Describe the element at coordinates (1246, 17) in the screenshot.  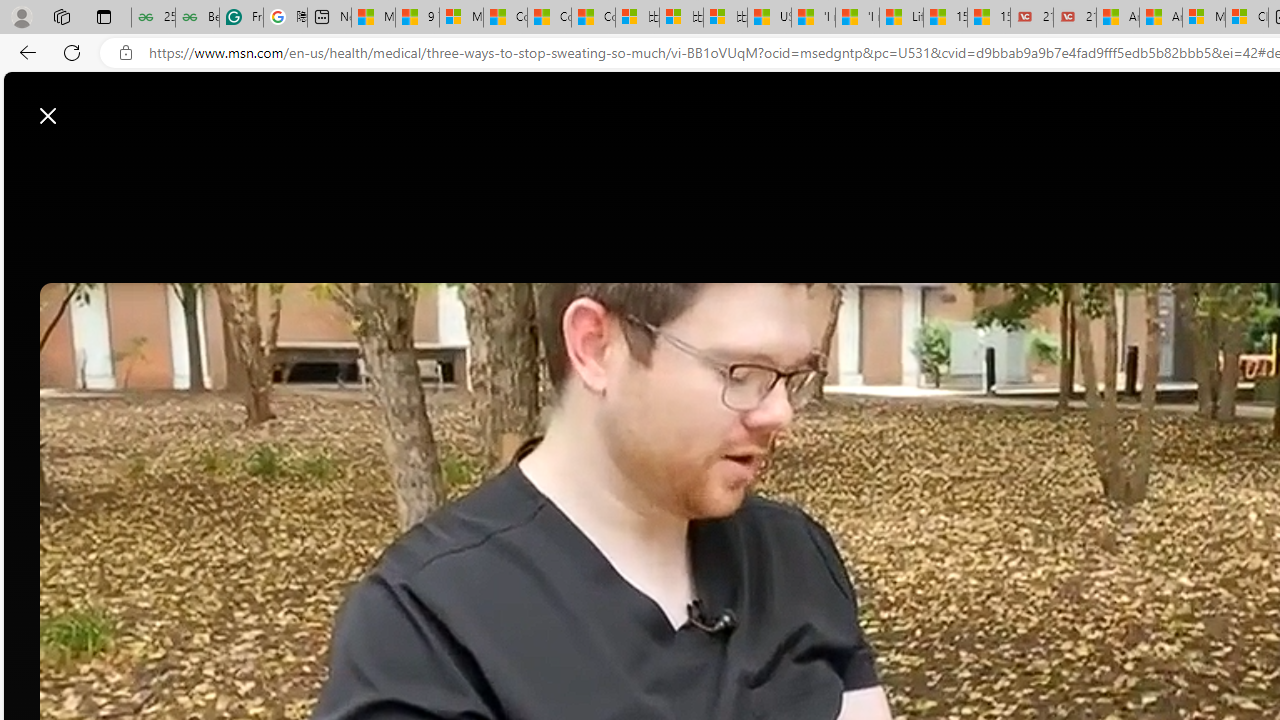
I see `'Cloud Computing Services | Microsoft Azure'` at that location.